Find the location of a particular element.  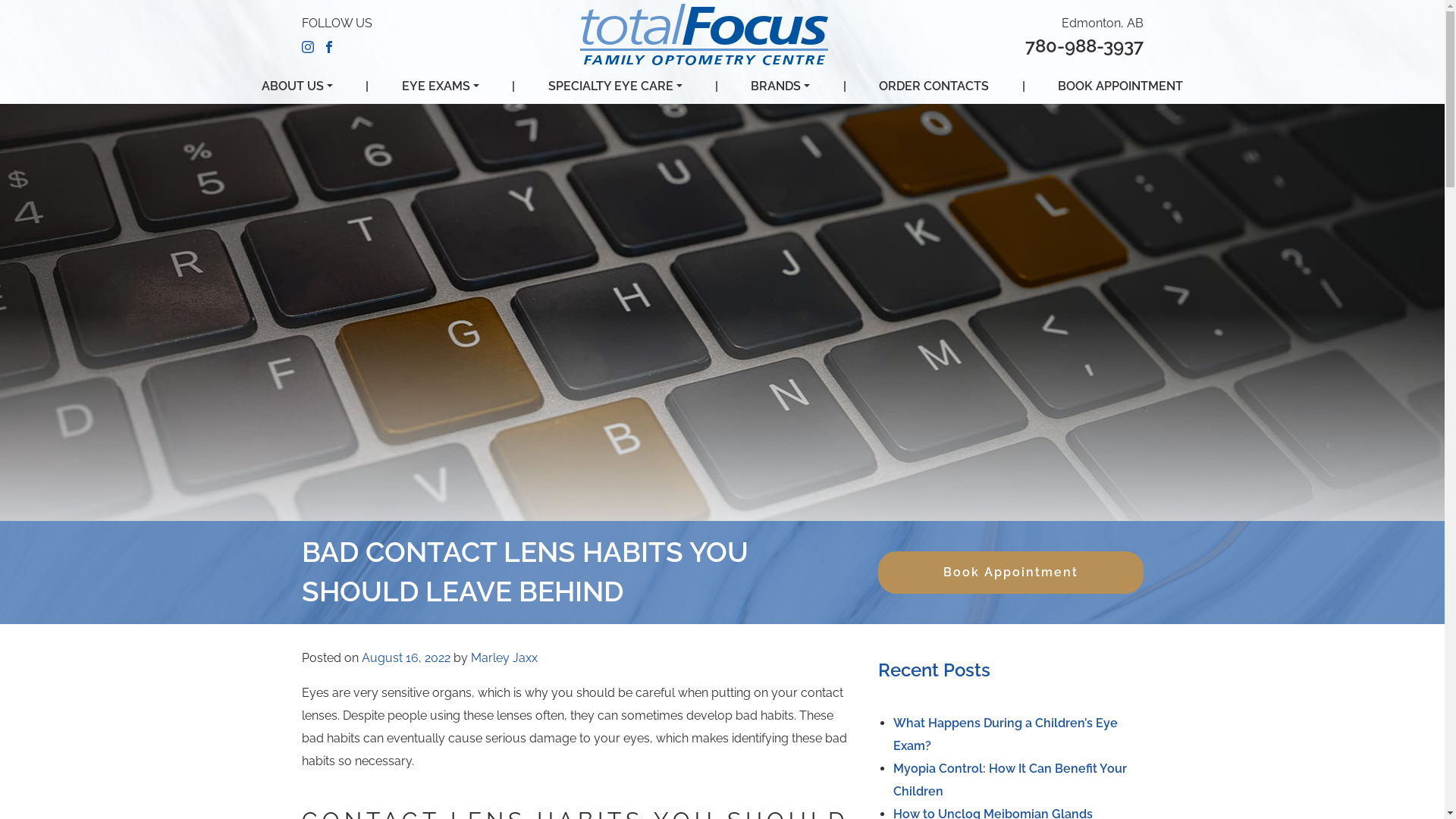

'780-988-3937' is located at coordinates (1084, 45).